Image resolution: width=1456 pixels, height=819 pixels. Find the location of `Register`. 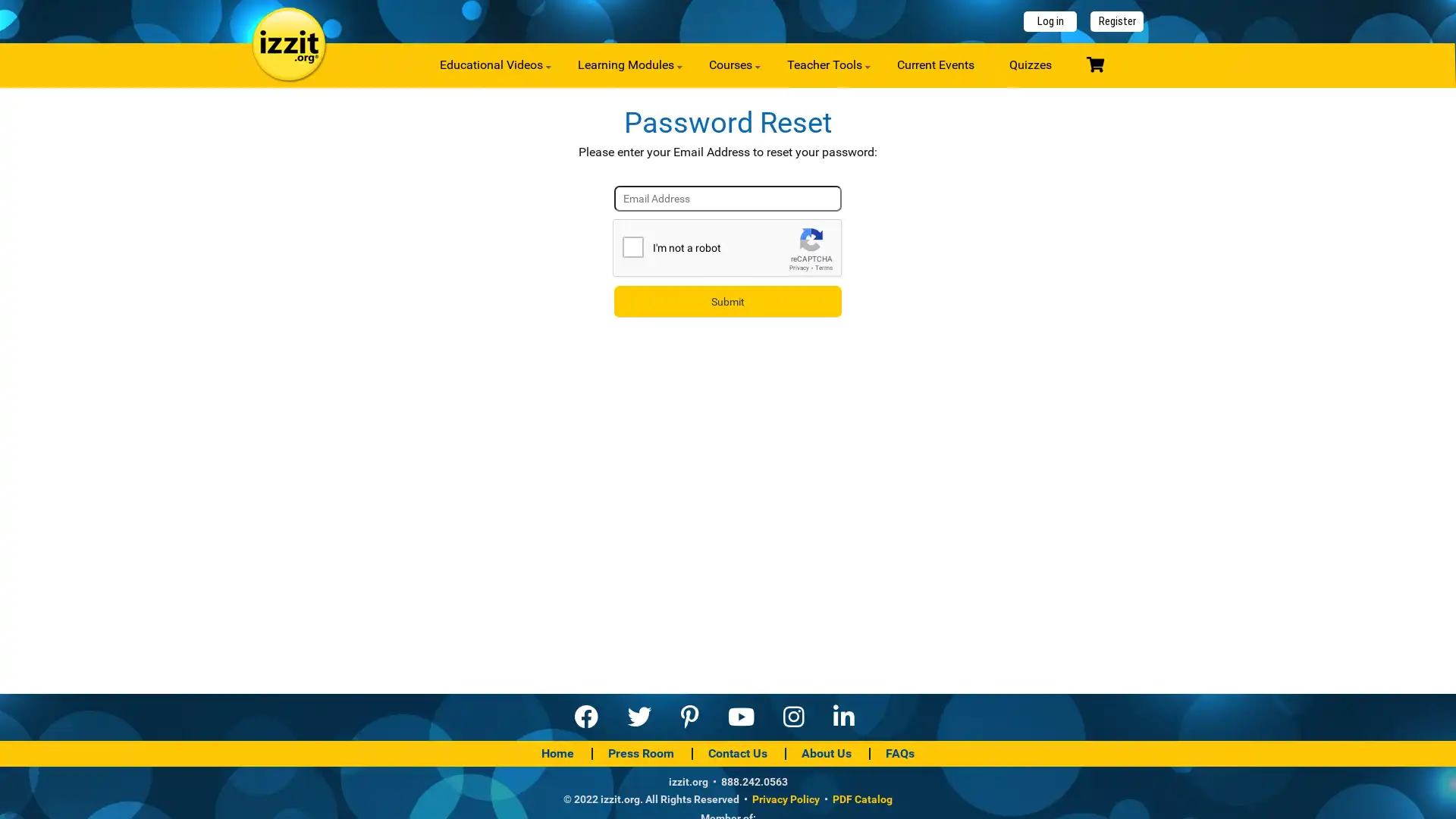

Register is located at coordinates (1117, 21).